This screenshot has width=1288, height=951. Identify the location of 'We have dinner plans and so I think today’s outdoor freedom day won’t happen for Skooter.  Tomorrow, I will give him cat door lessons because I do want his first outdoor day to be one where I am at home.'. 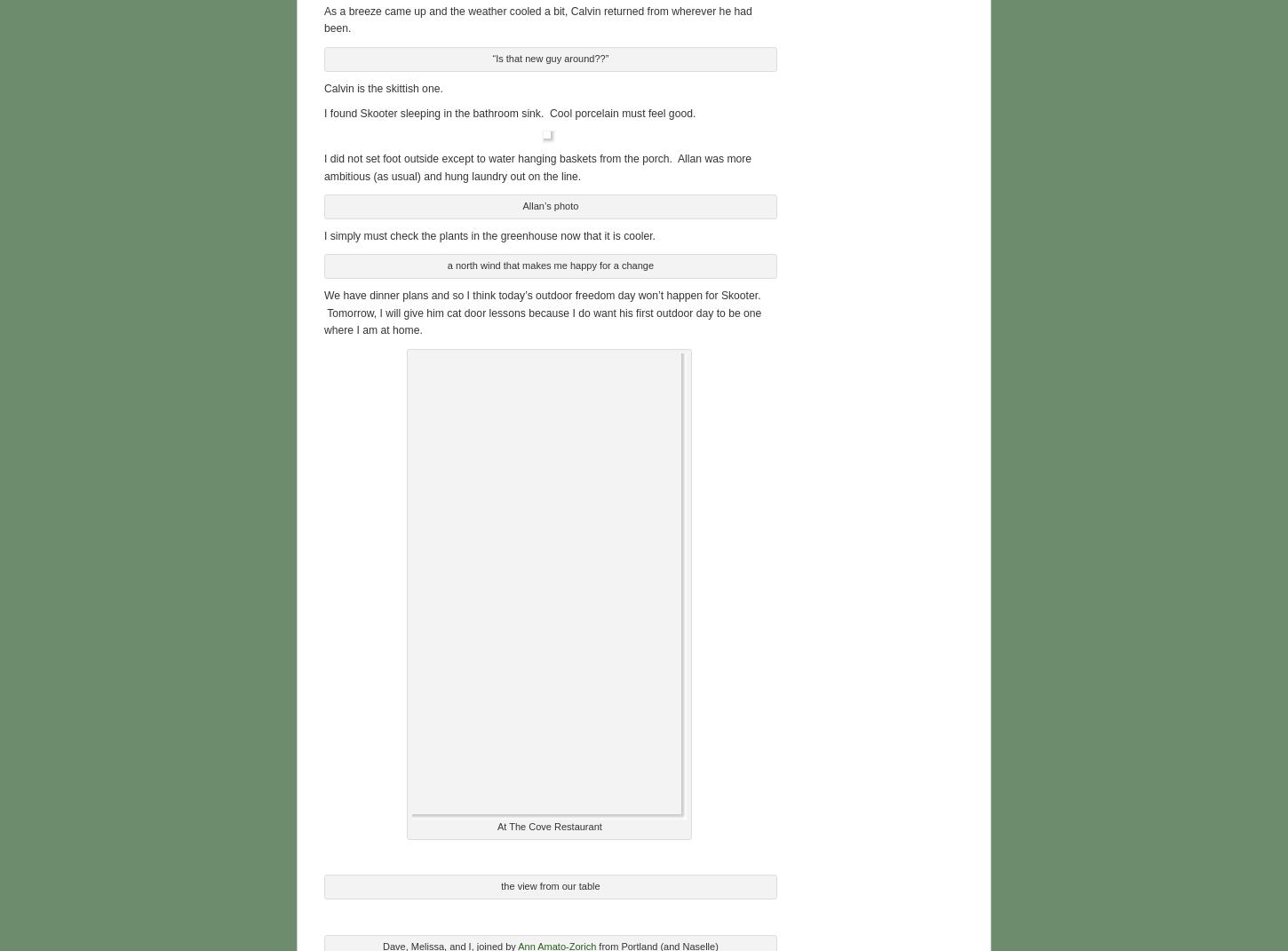
(542, 310).